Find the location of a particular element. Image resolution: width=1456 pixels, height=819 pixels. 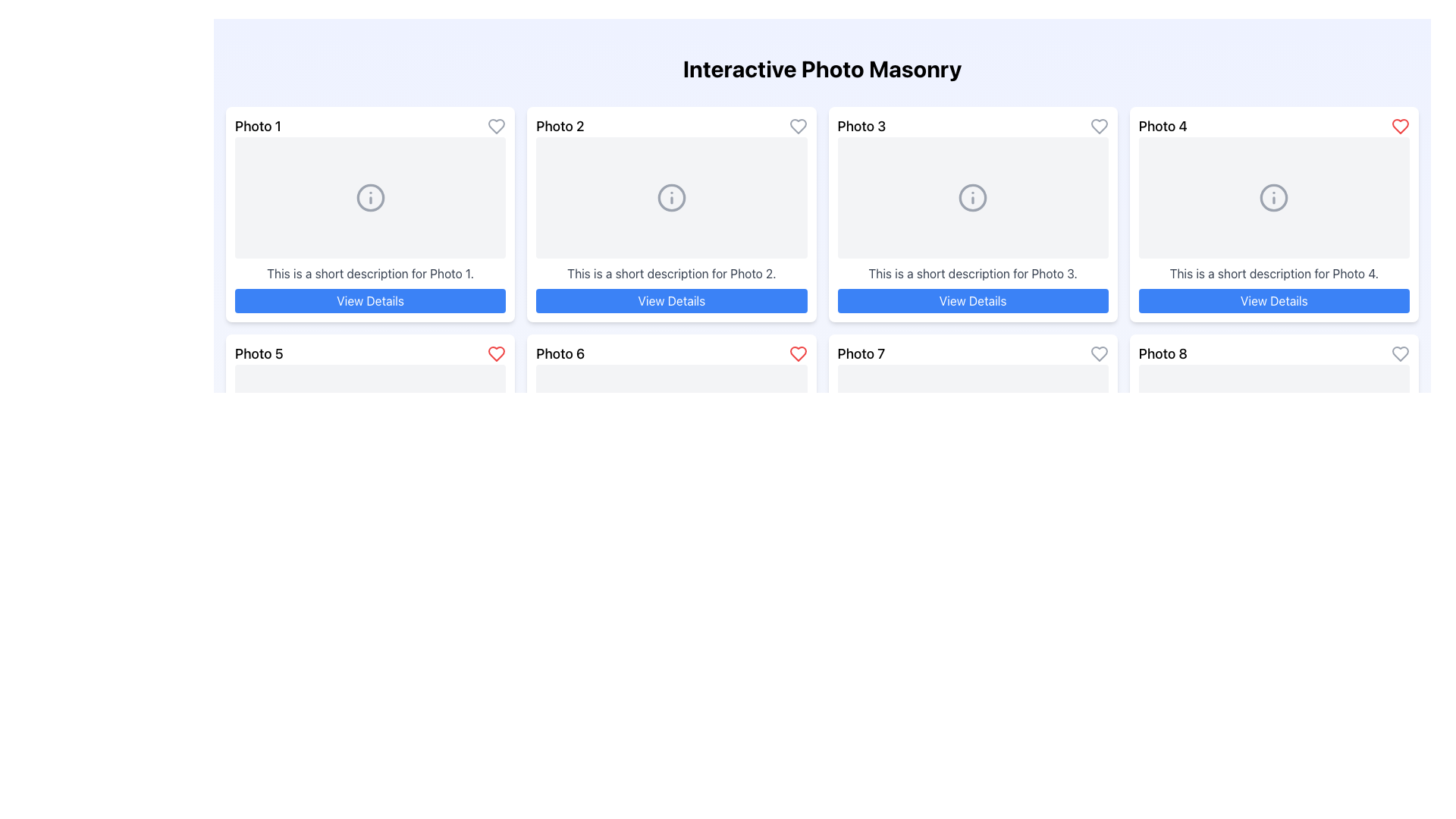

the heart icon located at the top-right corner of the 'Photo 1' card in the interactive photo gallery is located at coordinates (497, 125).